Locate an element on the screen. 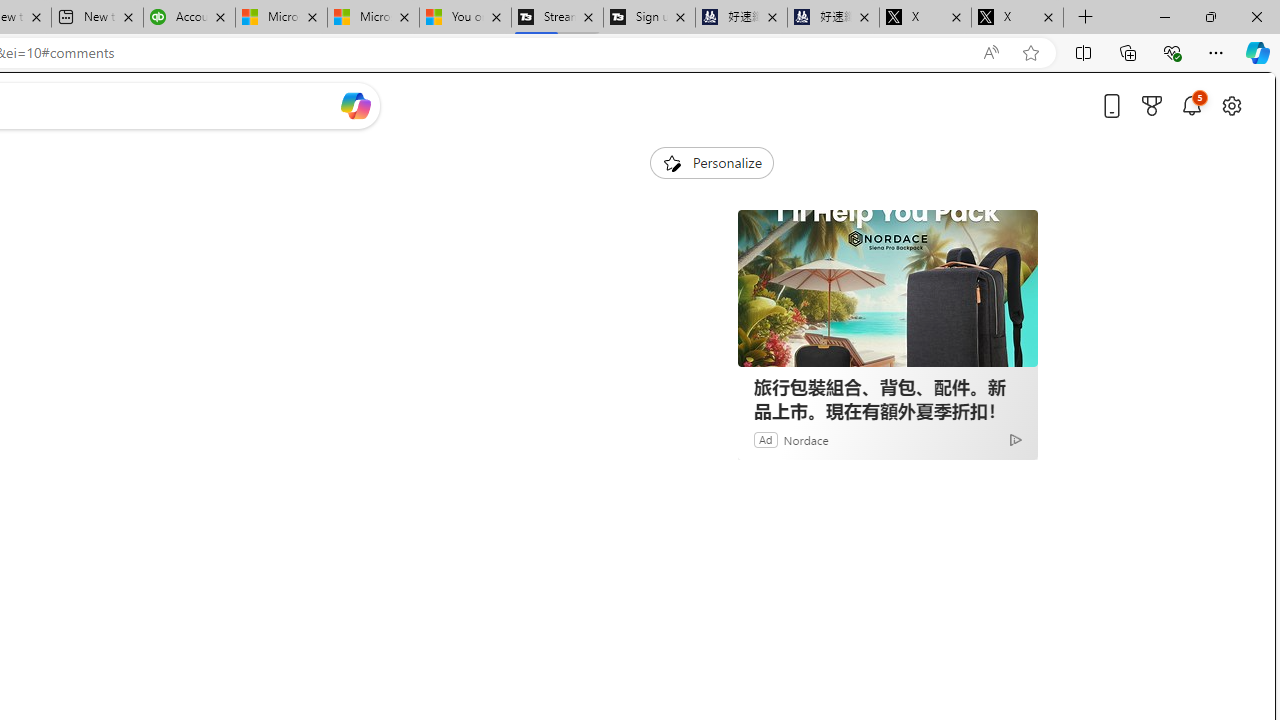 This screenshot has width=1280, height=720. 'Personalize' is located at coordinates (711, 162).